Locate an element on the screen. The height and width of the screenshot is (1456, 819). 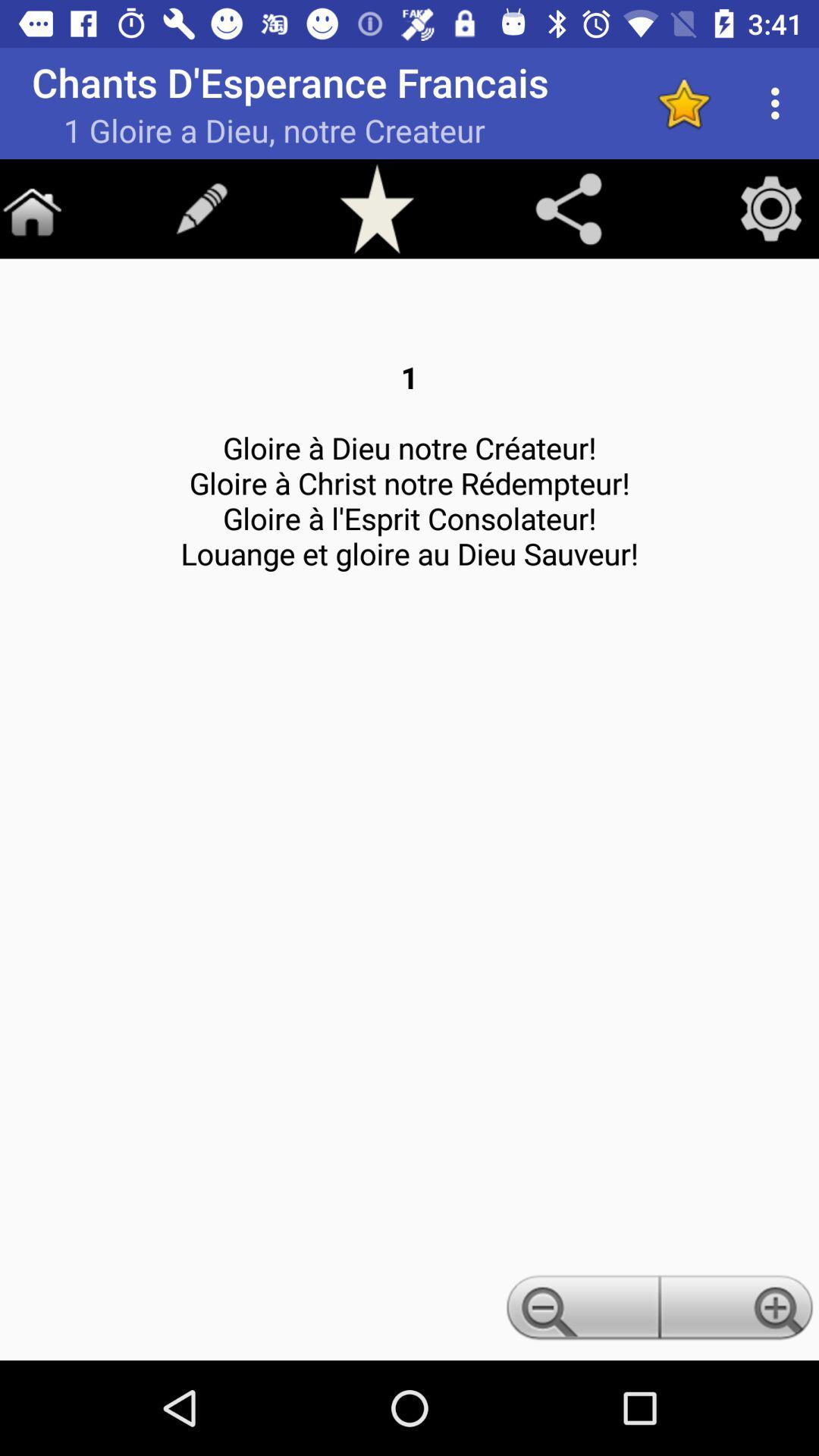
the home icon is located at coordinates (32, 208).